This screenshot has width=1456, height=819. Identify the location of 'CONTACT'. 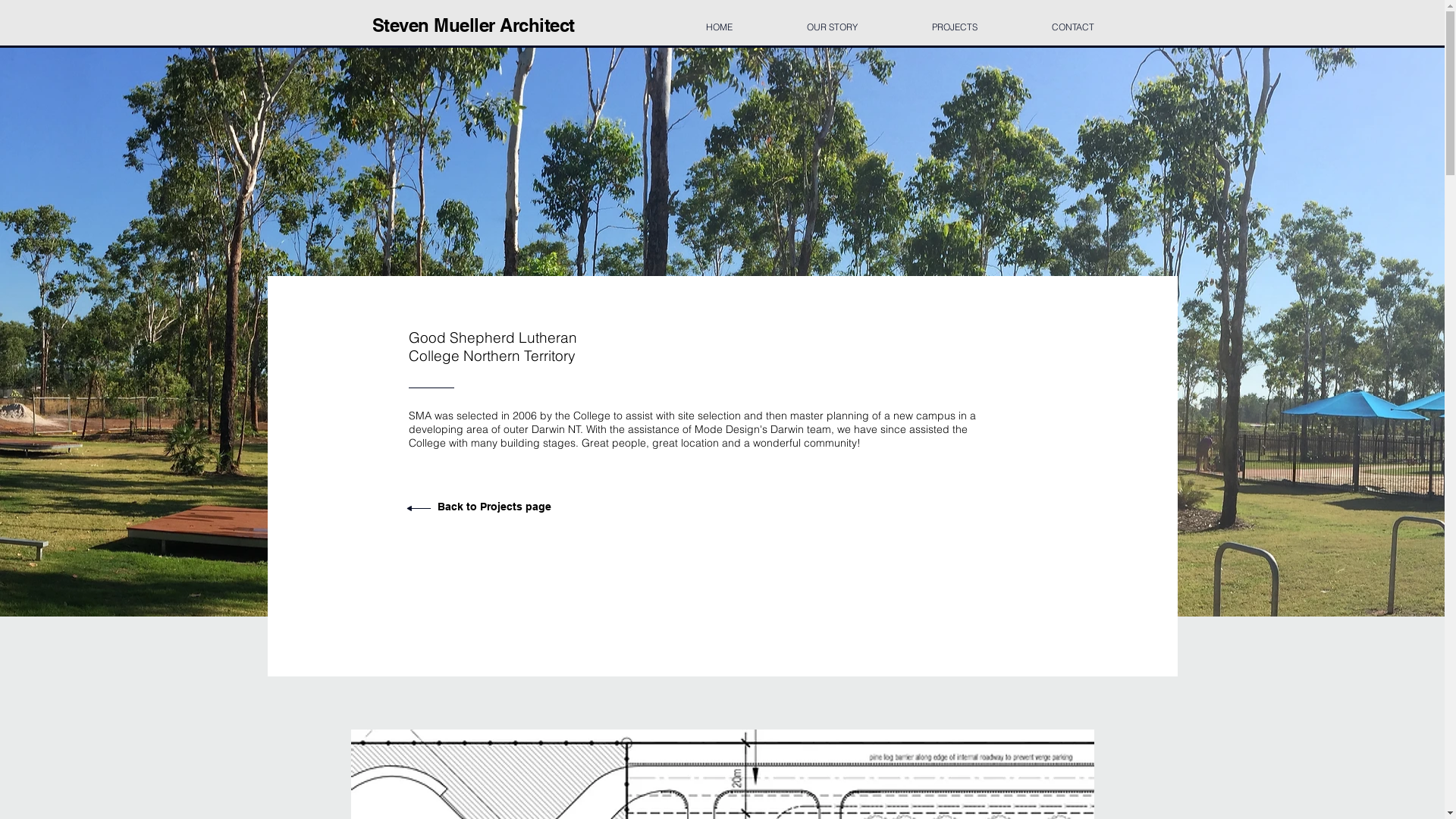
(1072, 20).